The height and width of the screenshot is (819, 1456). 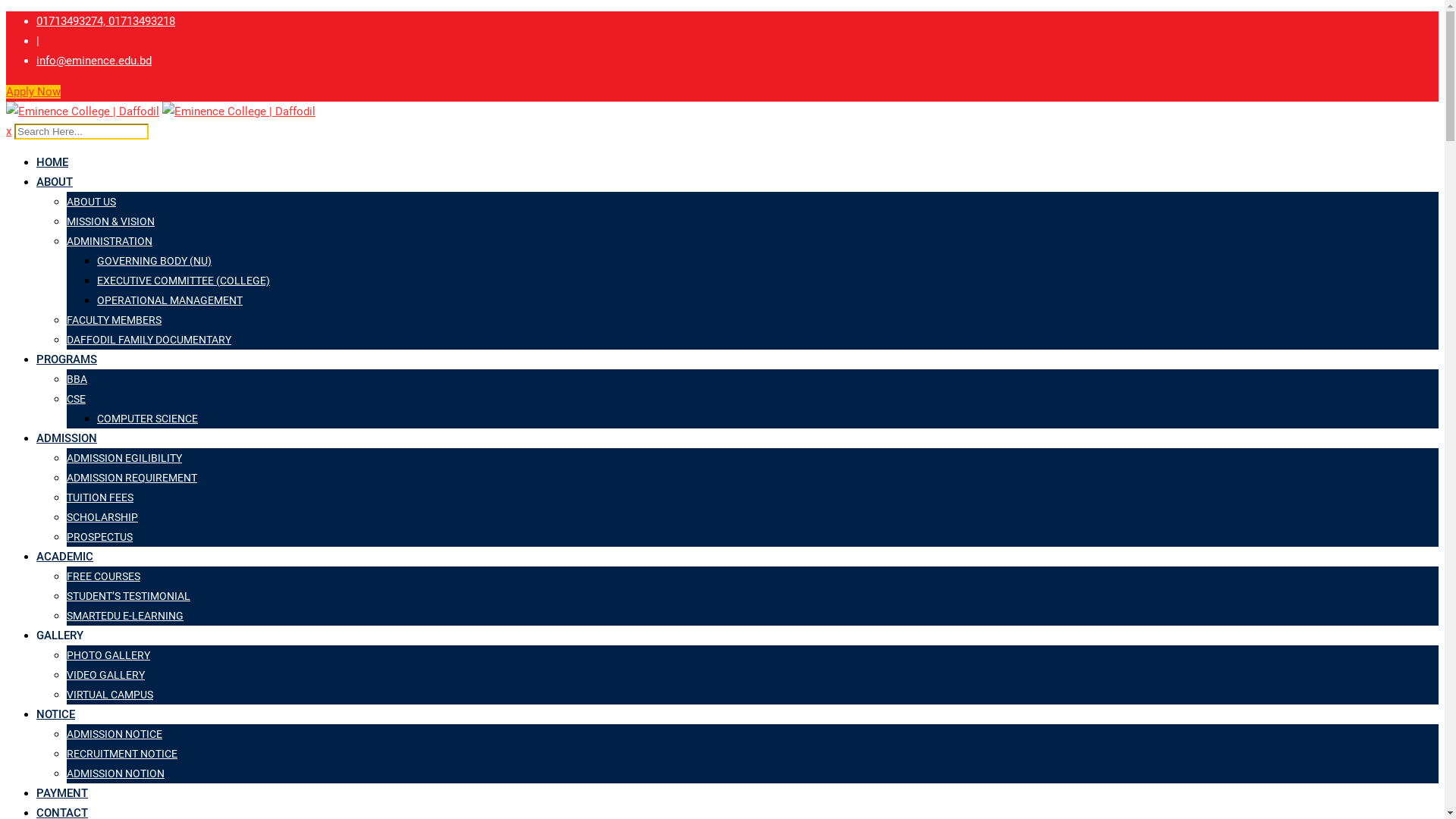 What do you see at coordinates (65, 438) in the screenshot?
I see `'ADMISSION'` at bounding box center [65, 438].